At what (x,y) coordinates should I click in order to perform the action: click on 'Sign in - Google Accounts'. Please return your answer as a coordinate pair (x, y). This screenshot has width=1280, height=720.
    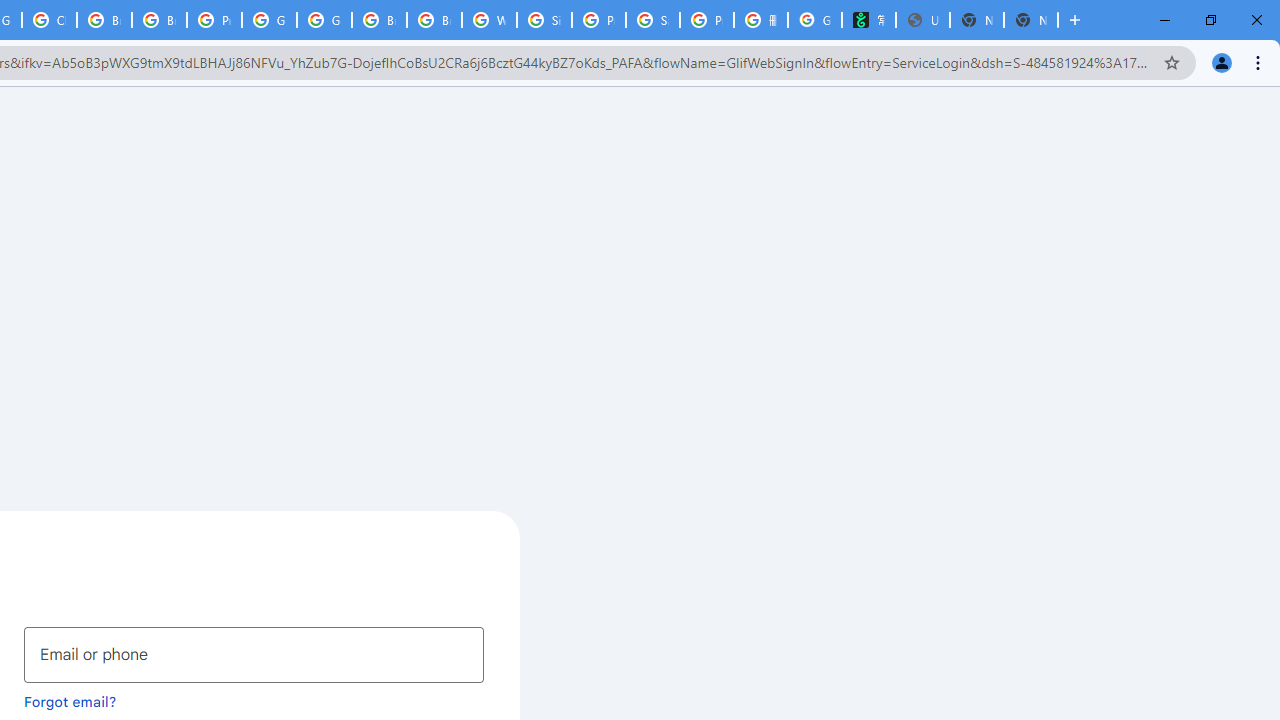
    Looking at the image, I should click on (544, 20).